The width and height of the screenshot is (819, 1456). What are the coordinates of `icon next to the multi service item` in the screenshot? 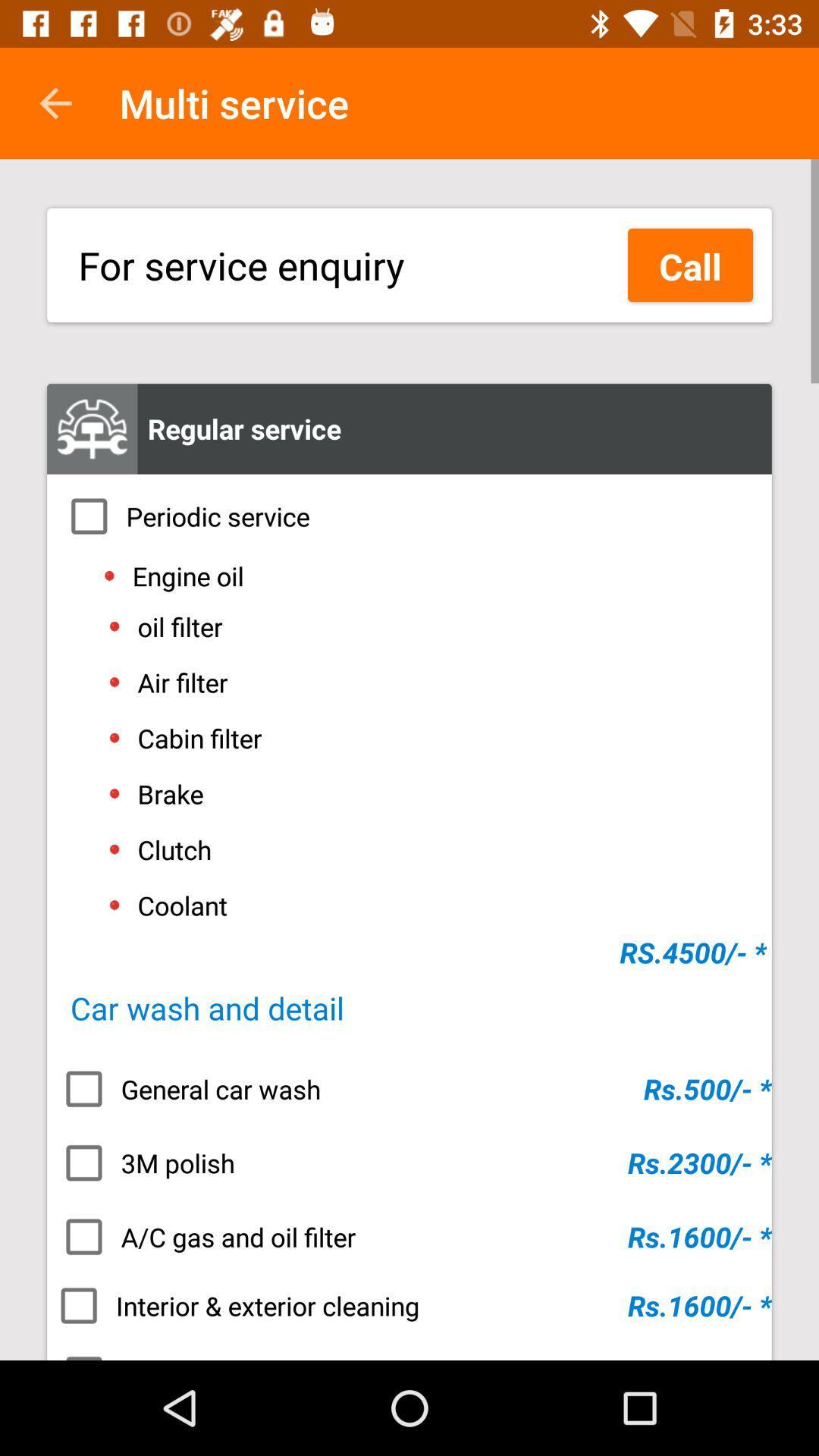 It's located at (55, 102).